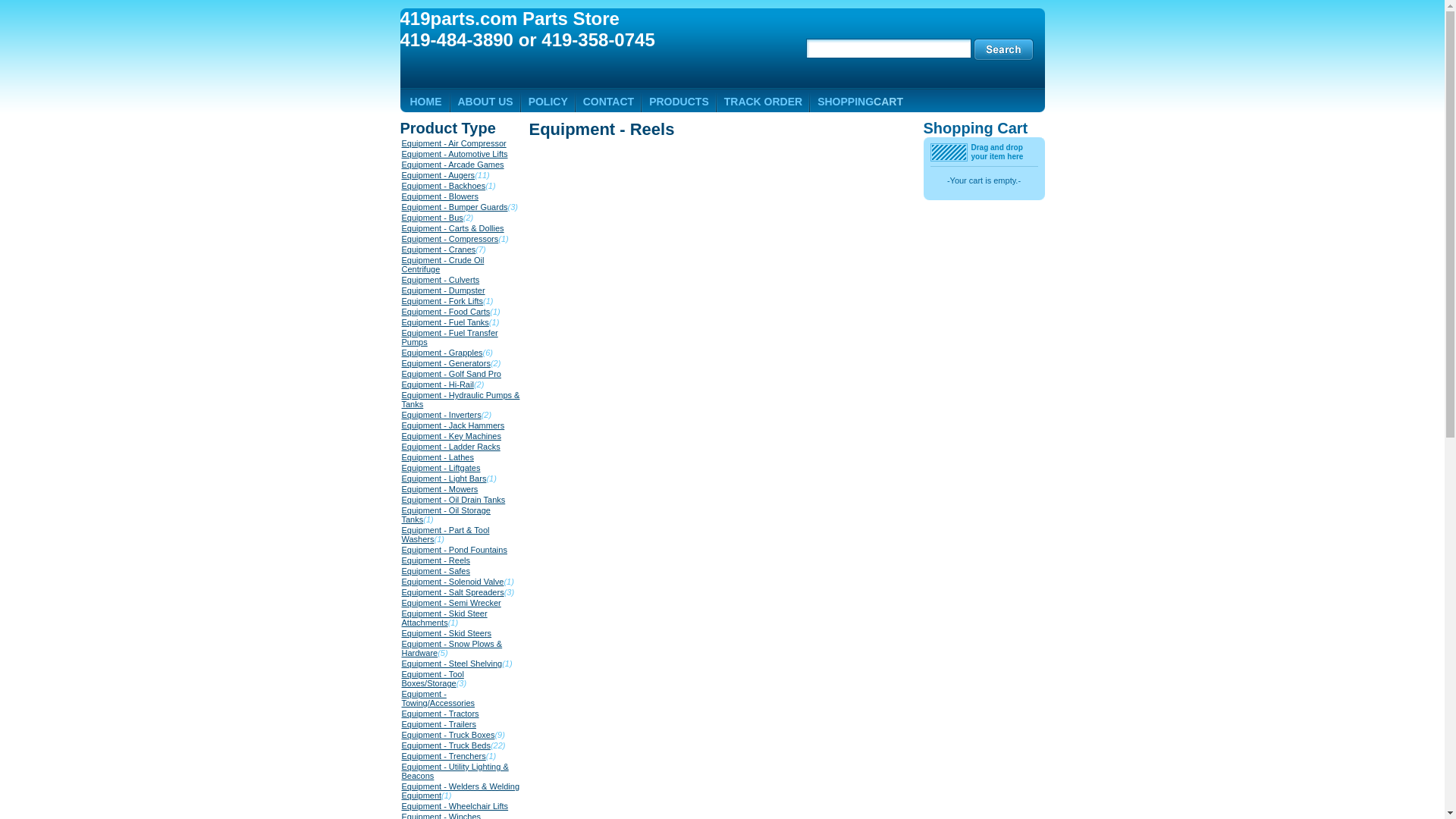  Describe the element at coordinates (437, 383) in the screenshot. I see `'Equipment - Hi-Rail'` at that location.